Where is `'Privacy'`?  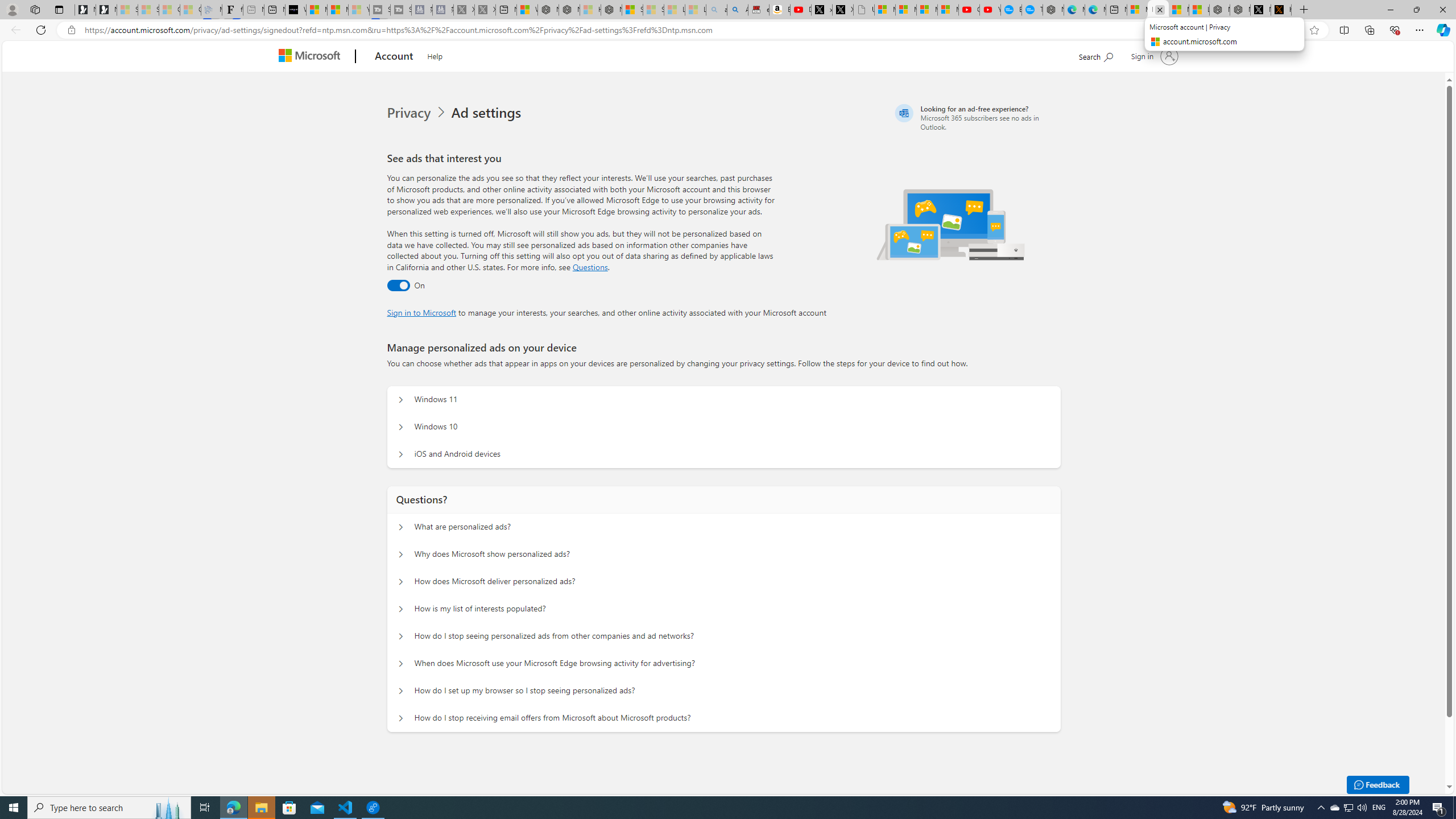
'Privacy' is located at coordinates (410, 113).